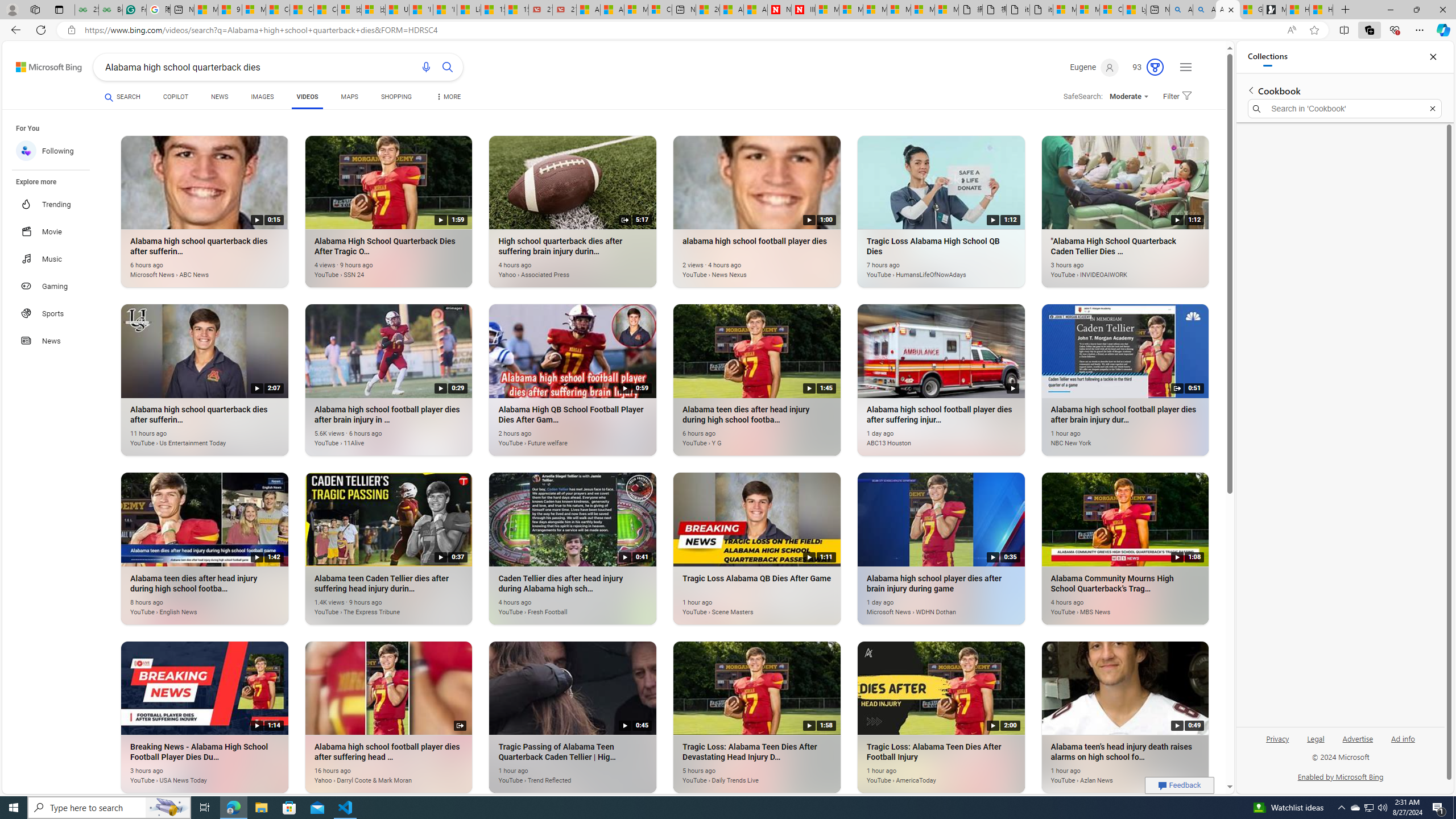 Image resolution: width=1456 pixels, height=819 pixels. I want to click on 'MORE', so click(447, 98).